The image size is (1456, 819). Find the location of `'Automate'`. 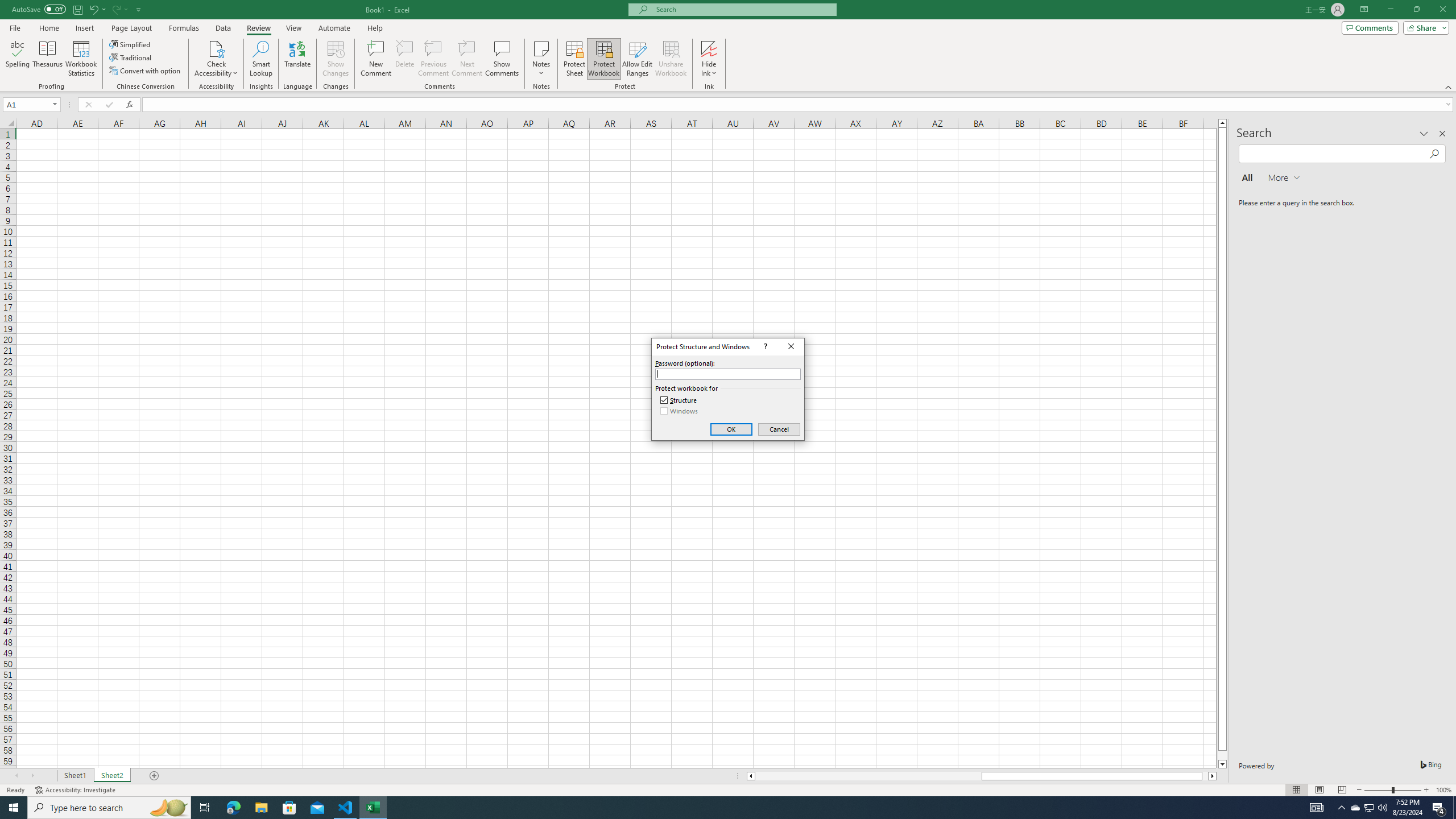

'Automate' is located at coordinates (334, 28).